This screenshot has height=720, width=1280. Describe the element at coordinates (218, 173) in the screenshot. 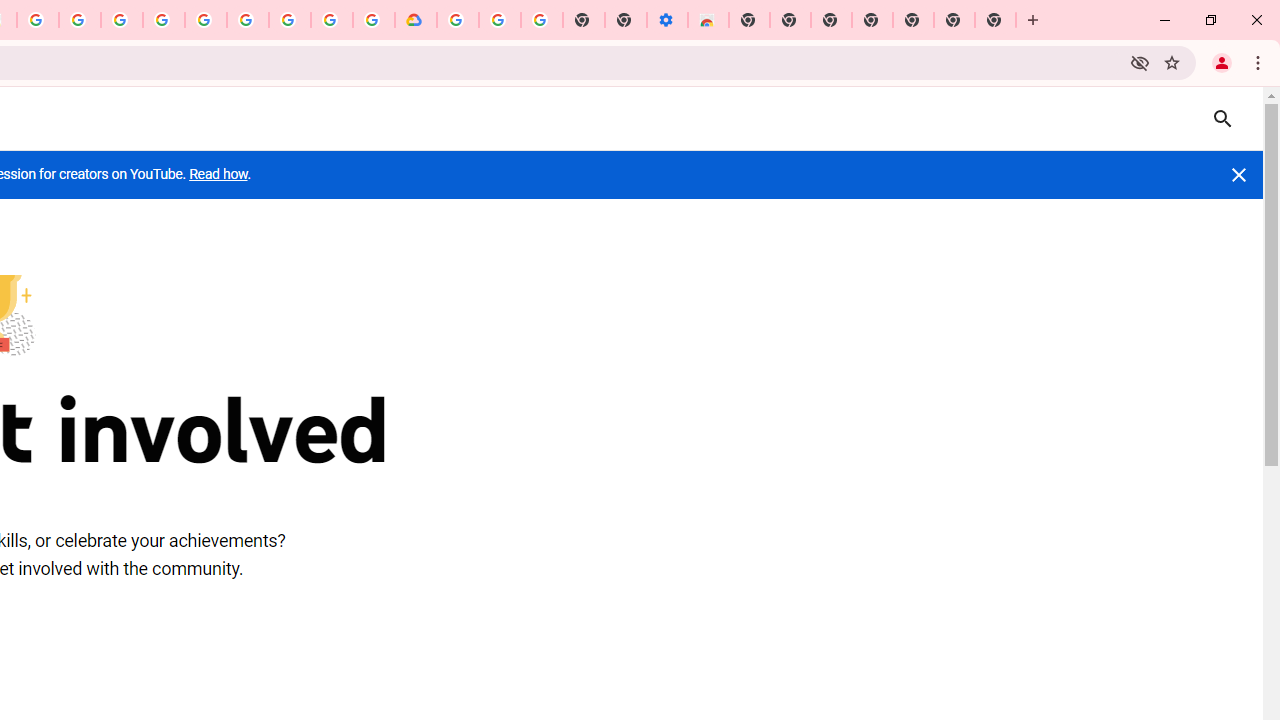

I see `'Read how'` at that location.